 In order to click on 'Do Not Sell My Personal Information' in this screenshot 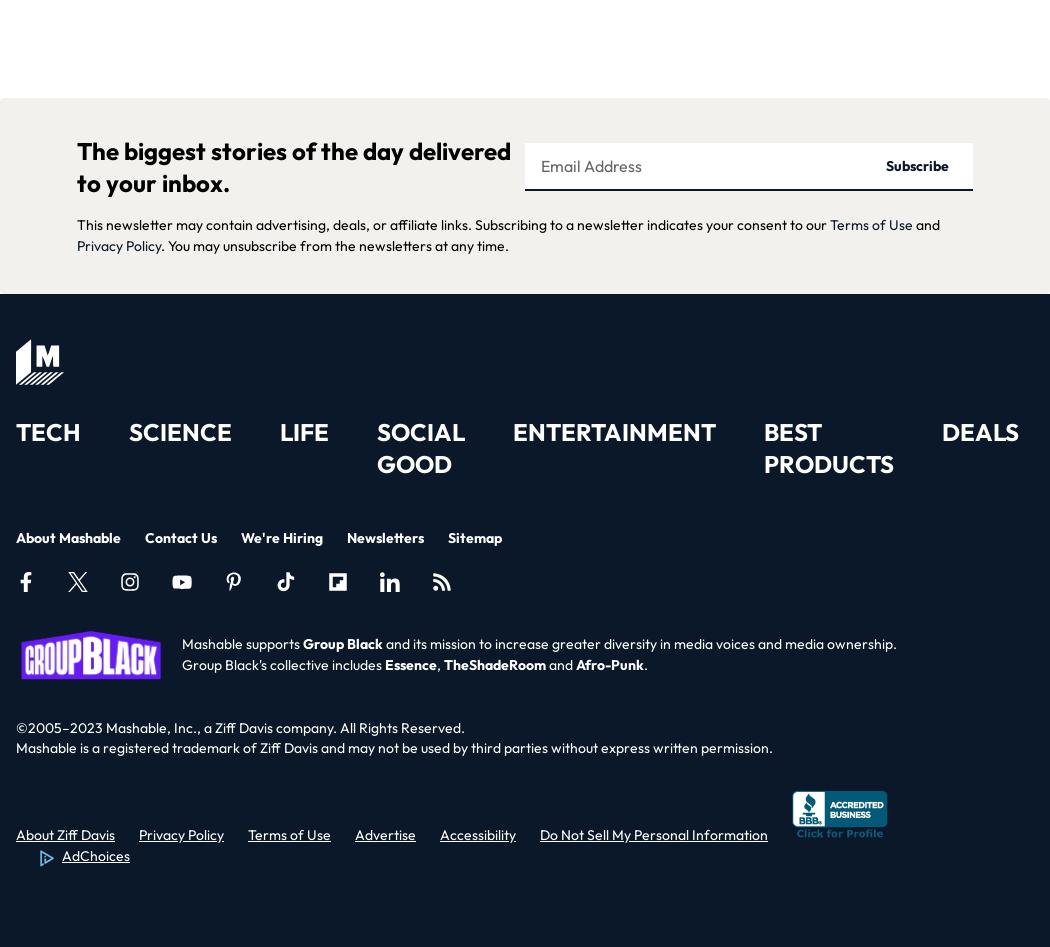, I will do `click(653, 834)`.